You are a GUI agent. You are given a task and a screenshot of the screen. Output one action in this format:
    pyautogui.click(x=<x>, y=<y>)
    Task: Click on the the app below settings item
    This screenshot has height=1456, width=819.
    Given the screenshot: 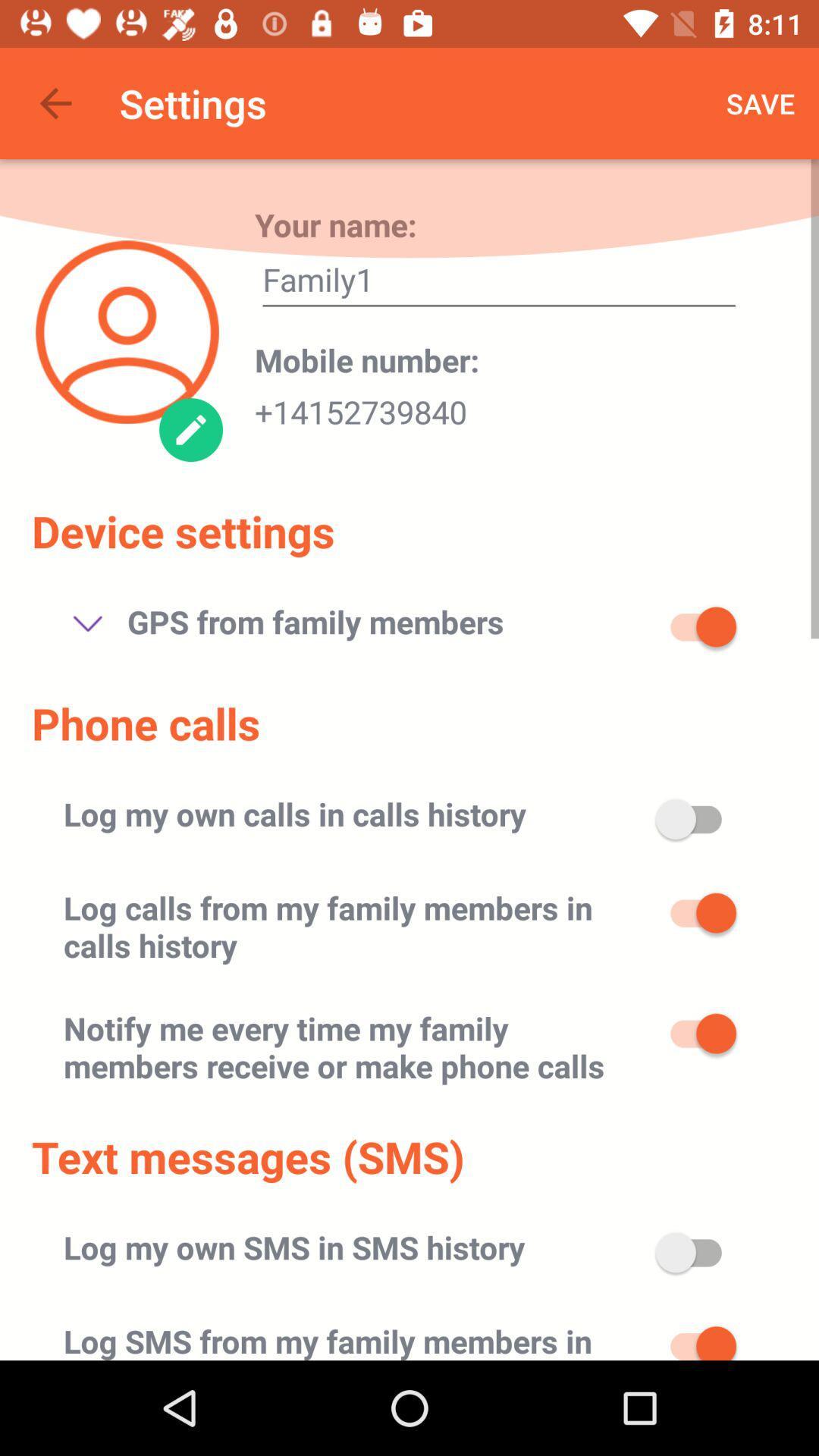 What is the action you would take?
    pyautogui.click(x=334, y=224)
    